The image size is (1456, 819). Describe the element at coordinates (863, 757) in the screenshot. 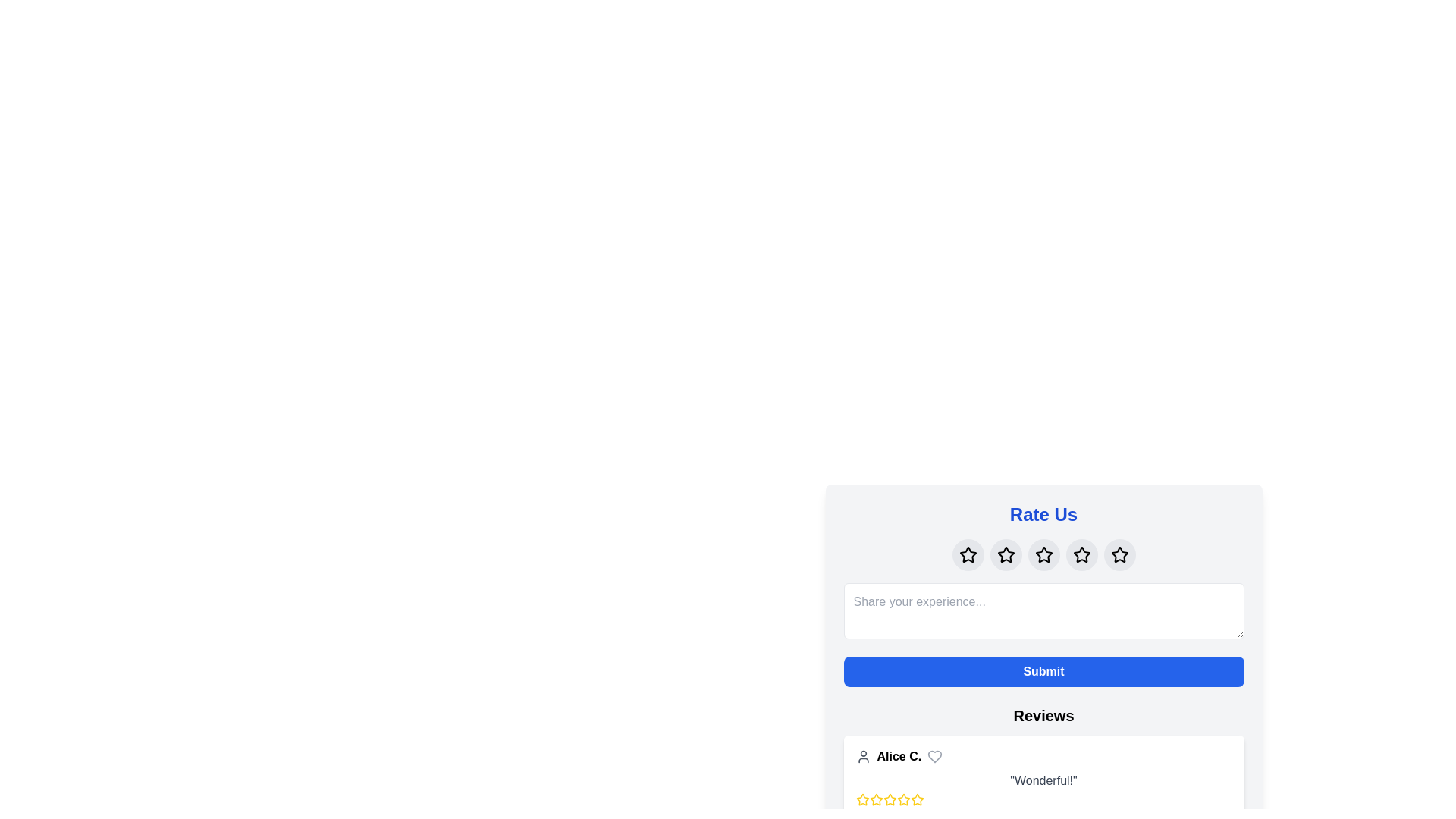

I see `the SVG user icon, which is a gray outlined circle above a semi-circle, located to the left of the title 'Alice C.' in the reviews section` at that location.